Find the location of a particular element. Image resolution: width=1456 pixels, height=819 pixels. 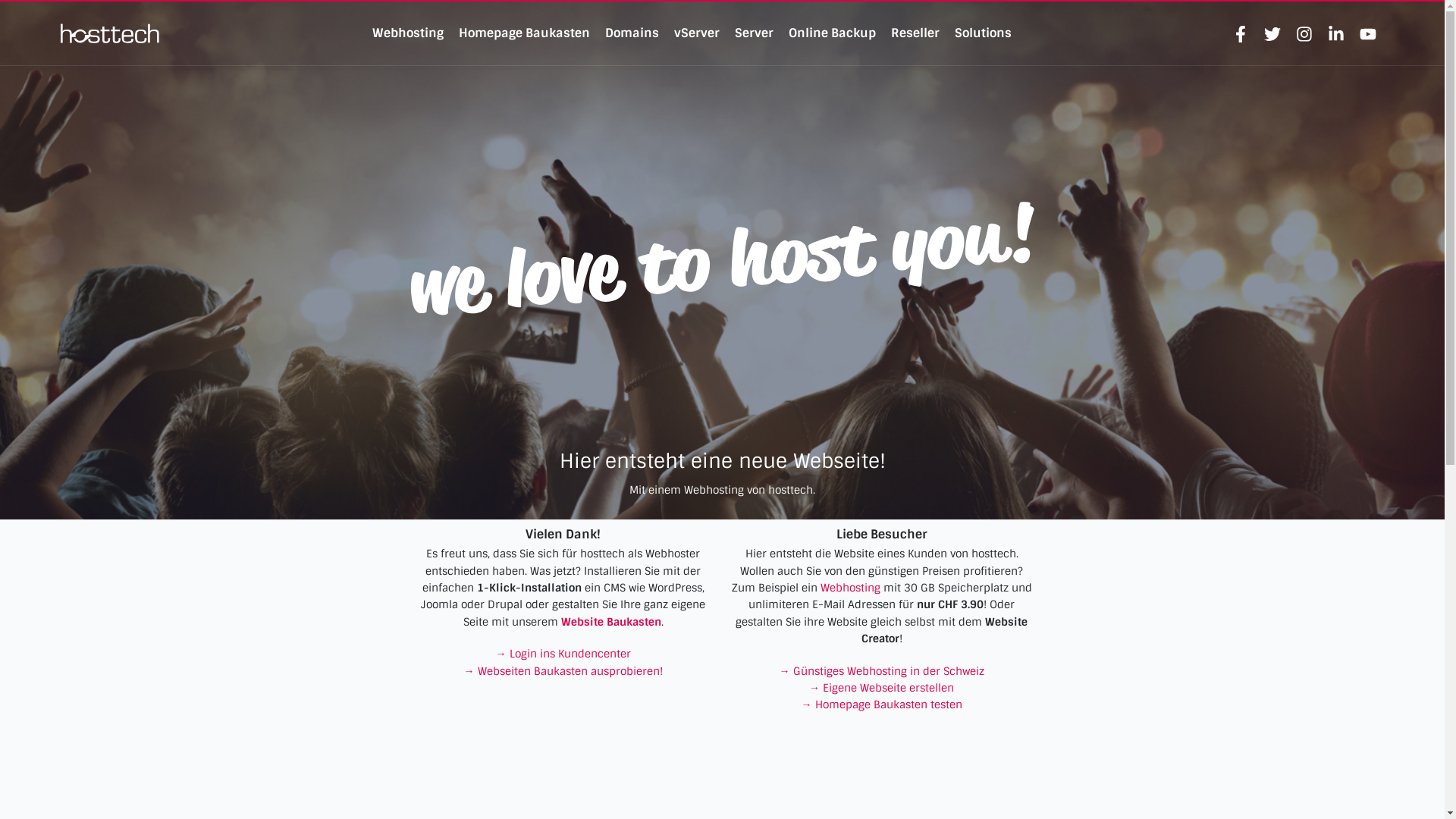

'Reseller' is located at coordinates (914, 33).